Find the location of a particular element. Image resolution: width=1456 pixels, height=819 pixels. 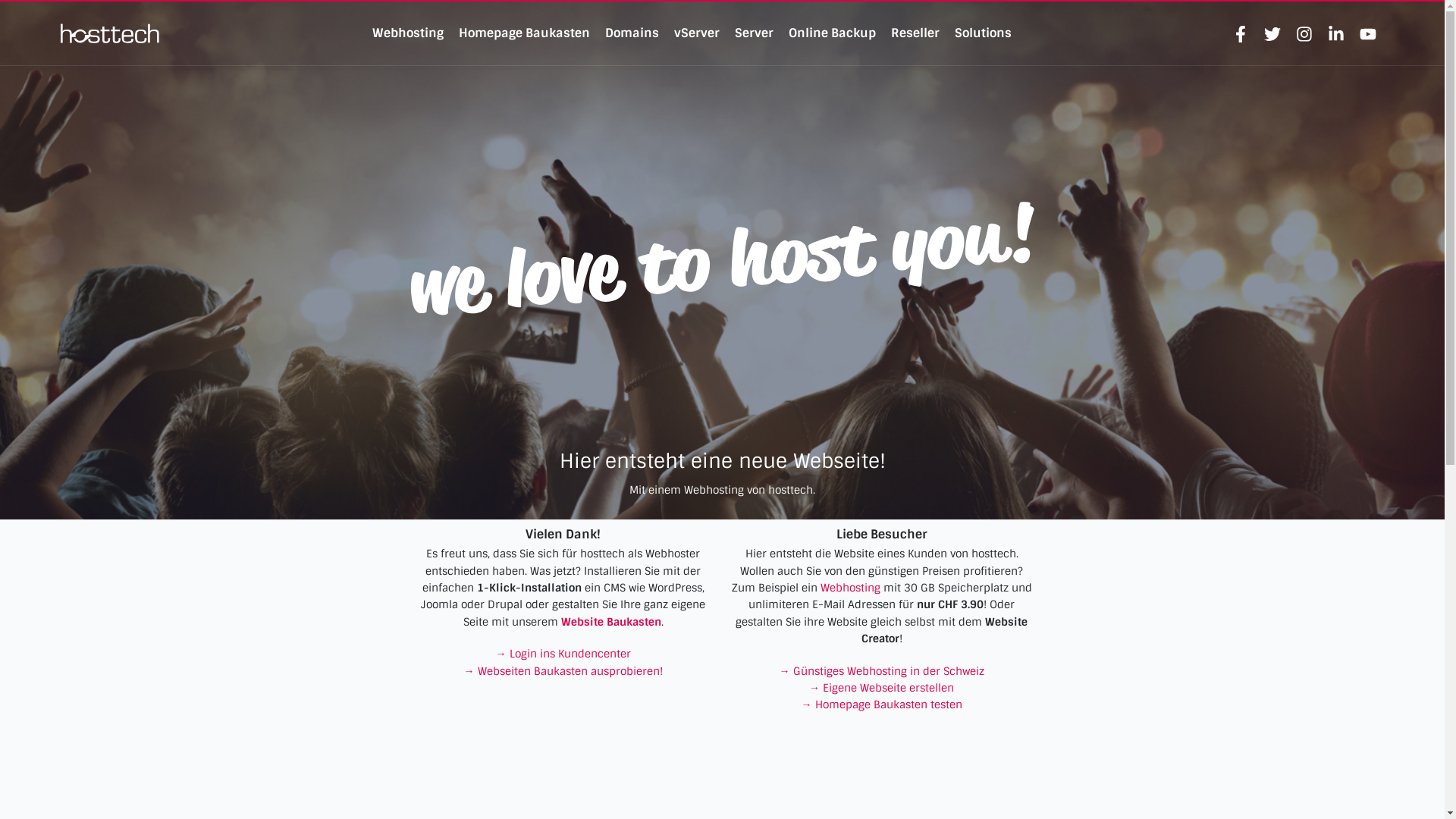

'Reseller' is located at coordinates (914, 33).